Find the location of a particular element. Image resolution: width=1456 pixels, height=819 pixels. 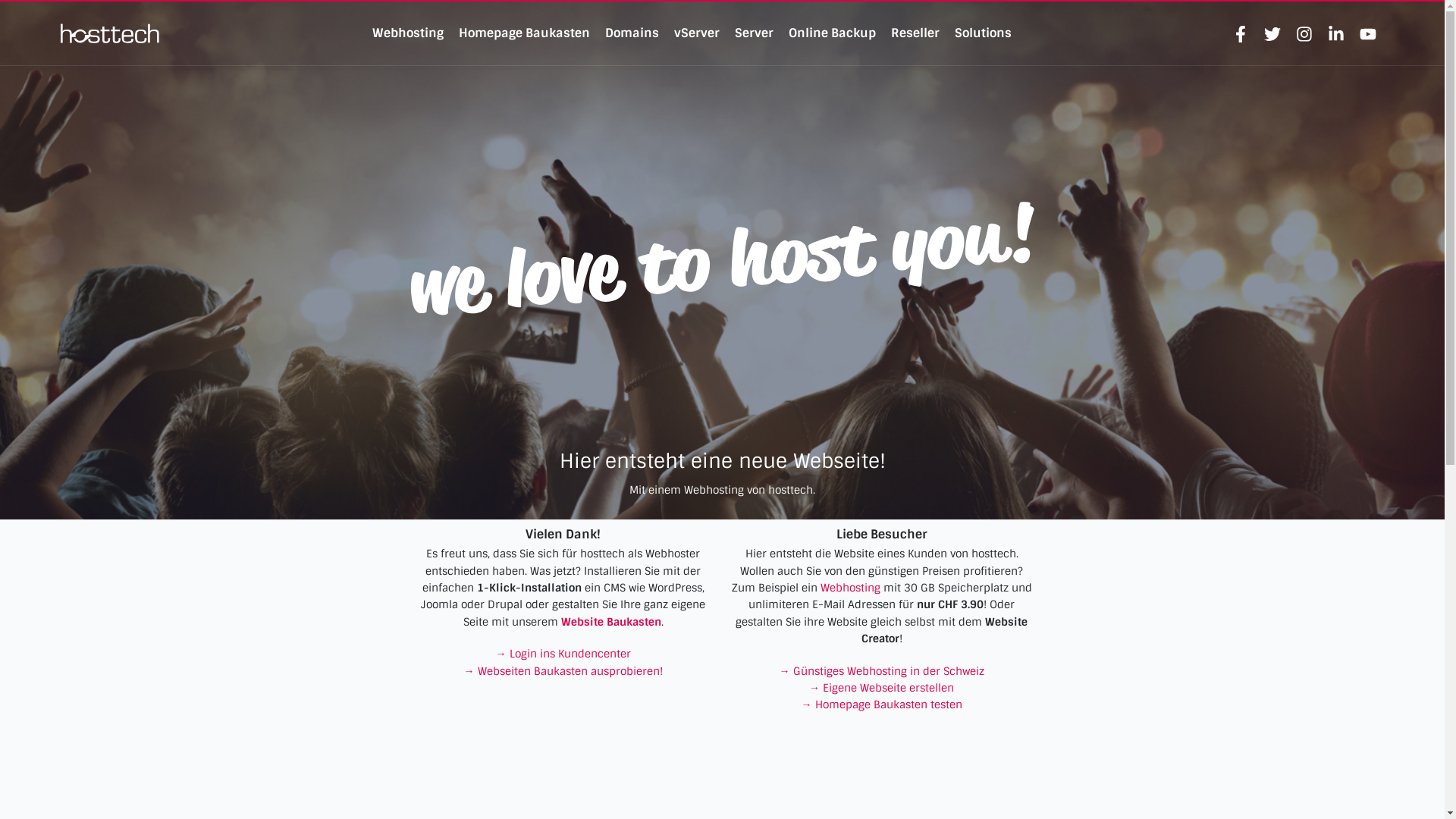

'Reseller' is located at coordinates (914, 33).